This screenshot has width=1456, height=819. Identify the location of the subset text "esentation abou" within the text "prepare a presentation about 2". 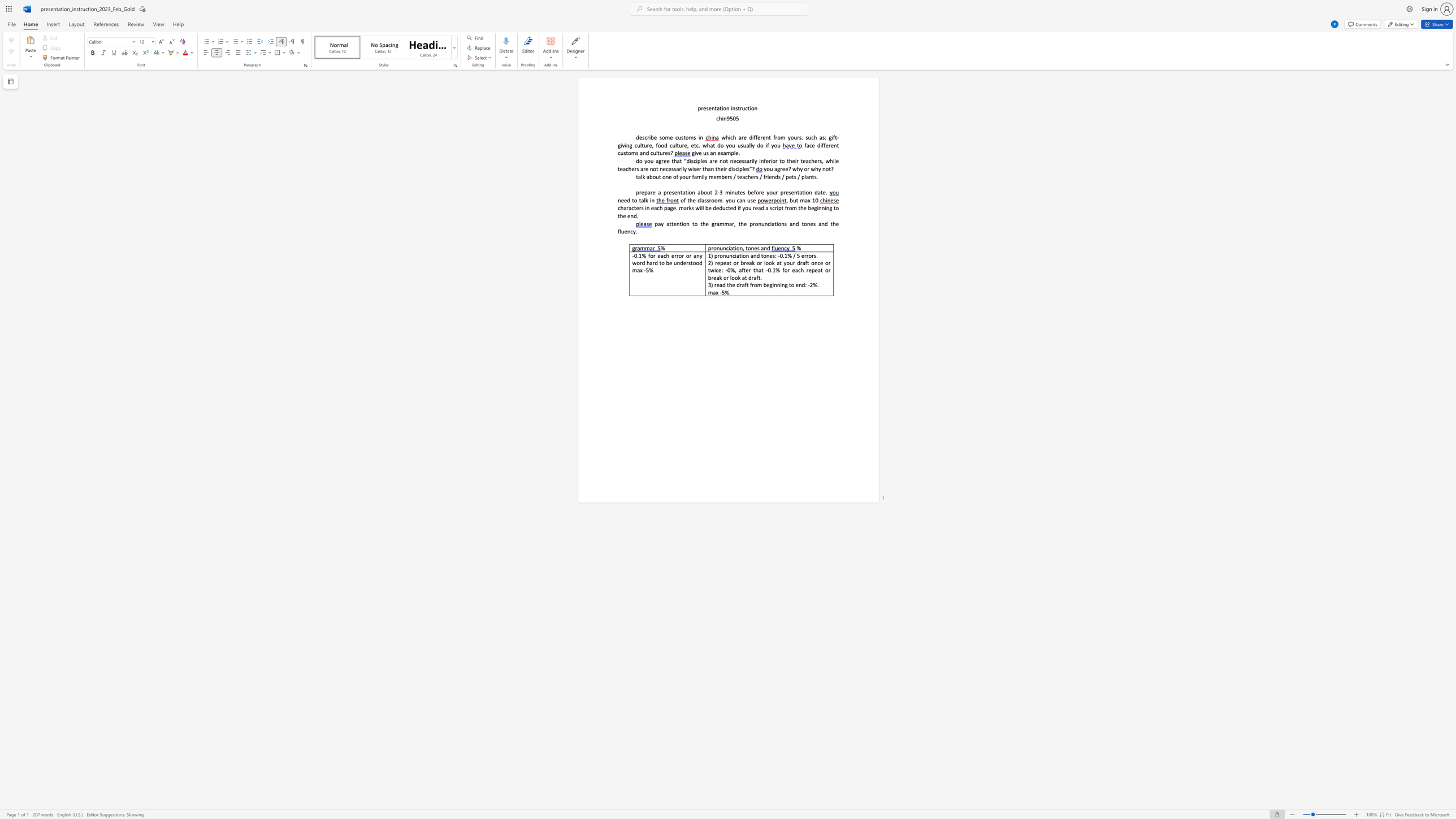
(669, 192).